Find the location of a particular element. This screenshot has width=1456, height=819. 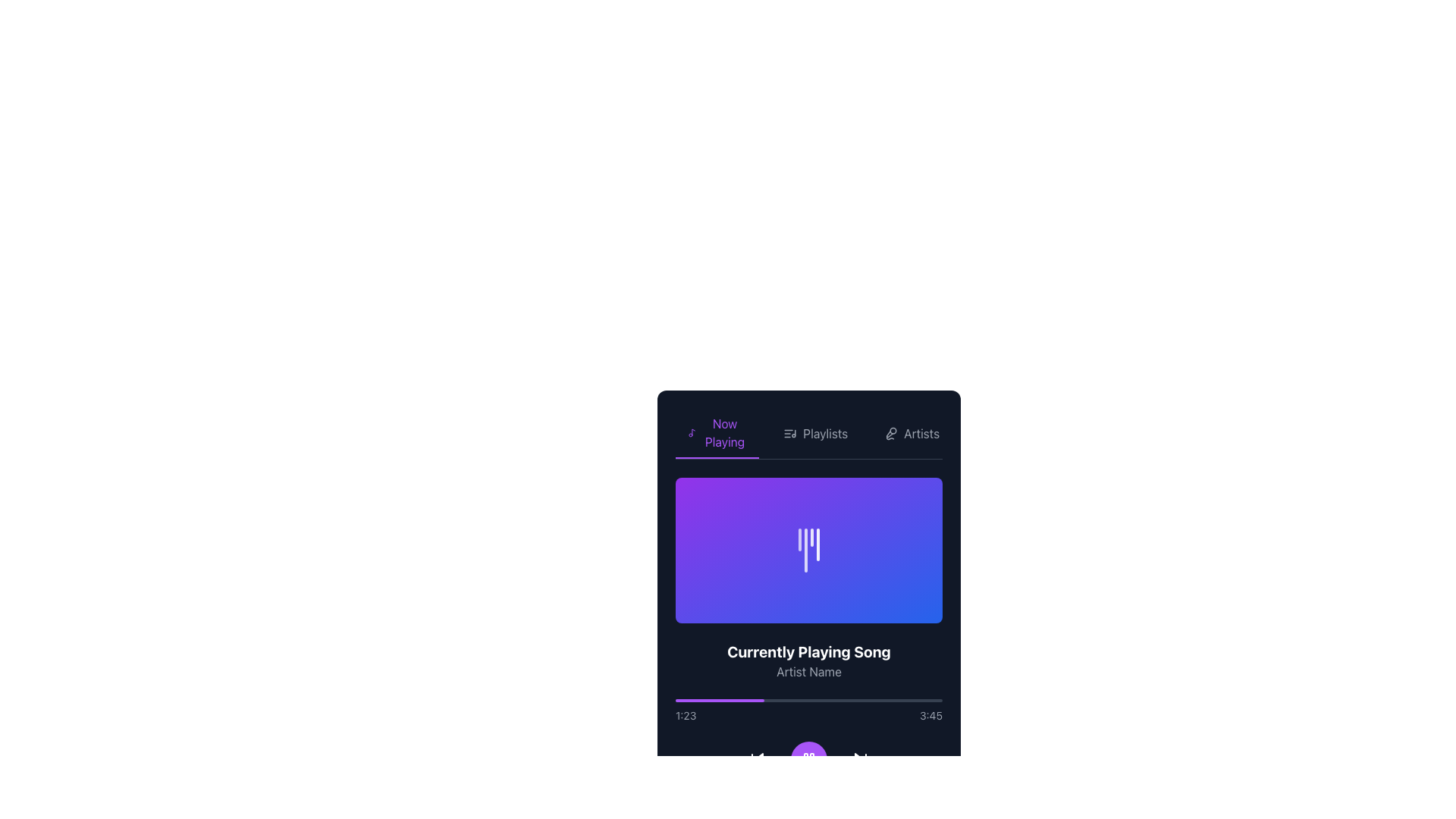

the 'Skip Forward' icon button, which features a right-pointing triangle and vertical line is located at coordinates (860, 760).